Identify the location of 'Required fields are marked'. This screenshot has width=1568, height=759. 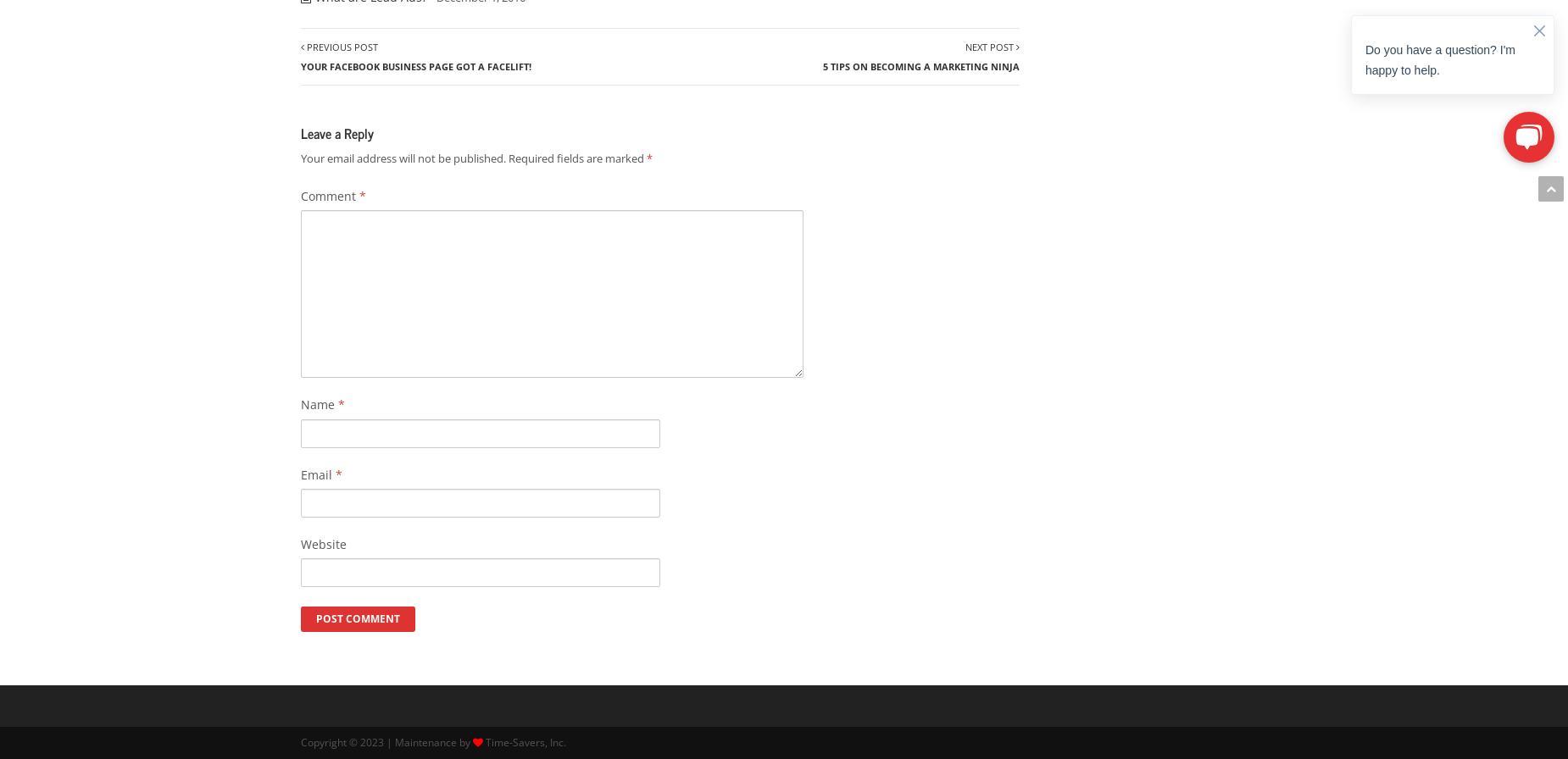
(577, 158).